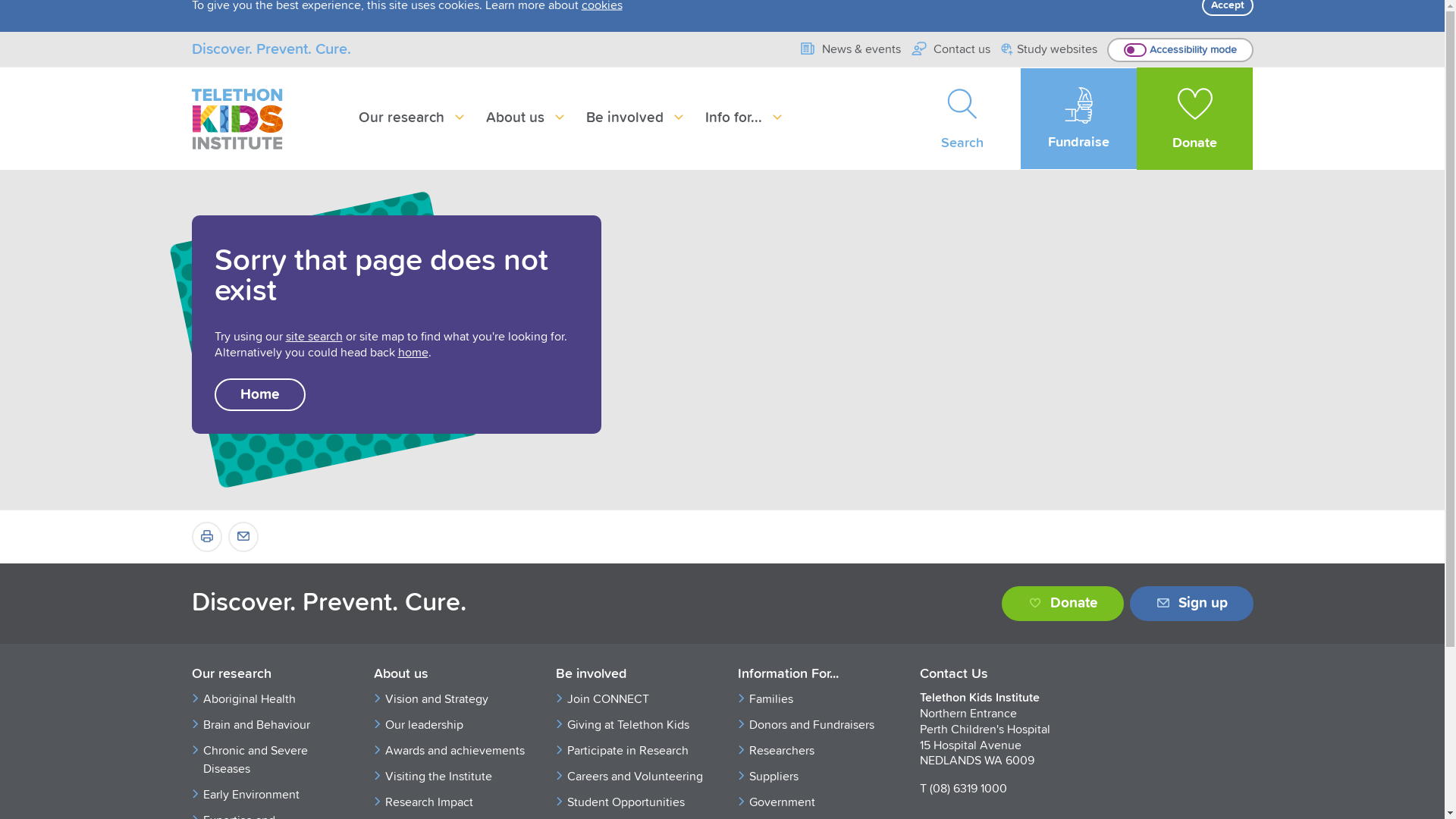 Image resolution: width=1456 pixels, height=819 pixels. Describe the element at coordinates (585, 117) in the screenshot. I see `'Be involved'` at that location.